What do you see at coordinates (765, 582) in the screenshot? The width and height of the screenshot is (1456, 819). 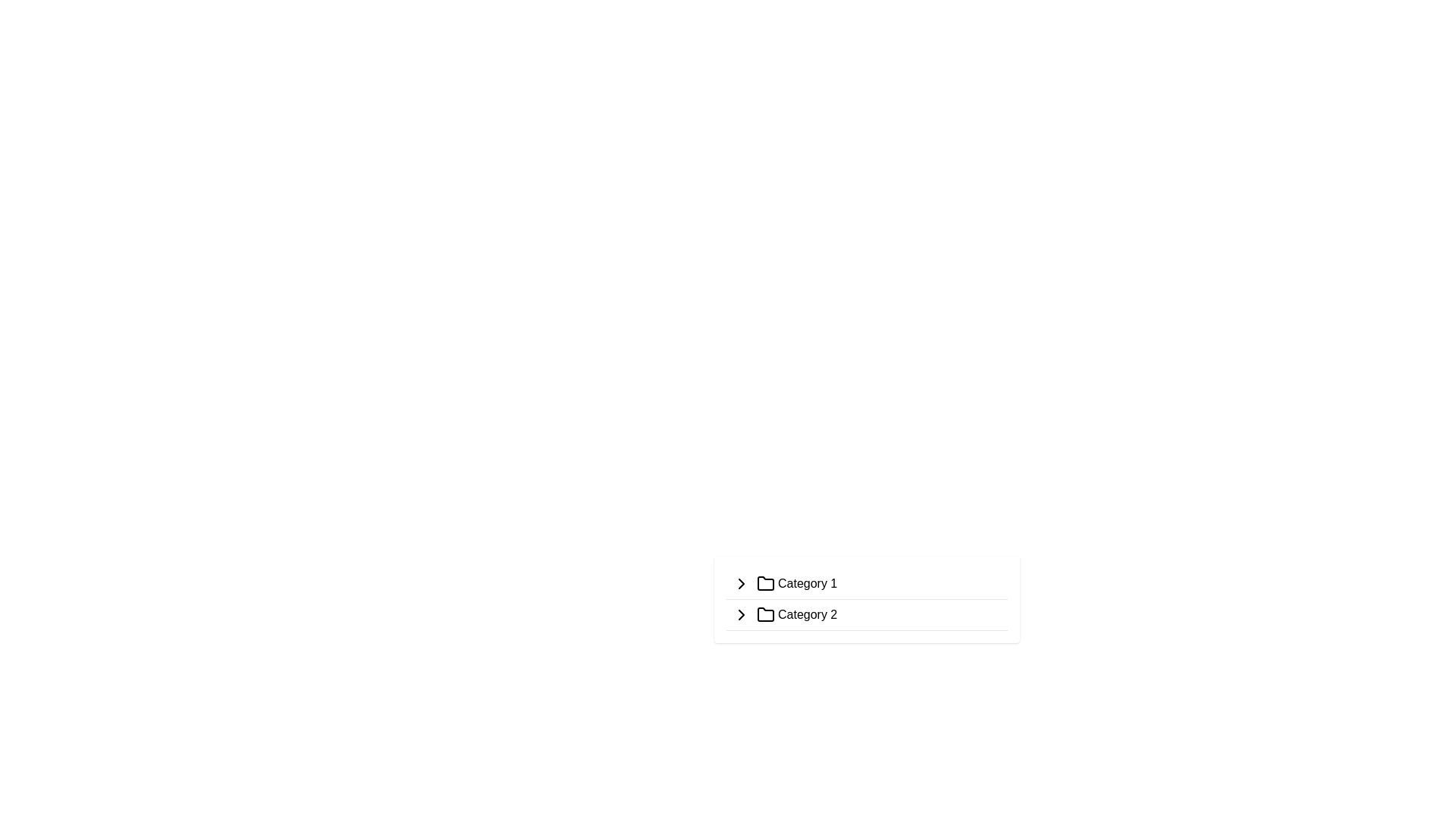 I see `the folder icon located in the top left corner of the 'Category 1' section` at bounding box center [765, 582].